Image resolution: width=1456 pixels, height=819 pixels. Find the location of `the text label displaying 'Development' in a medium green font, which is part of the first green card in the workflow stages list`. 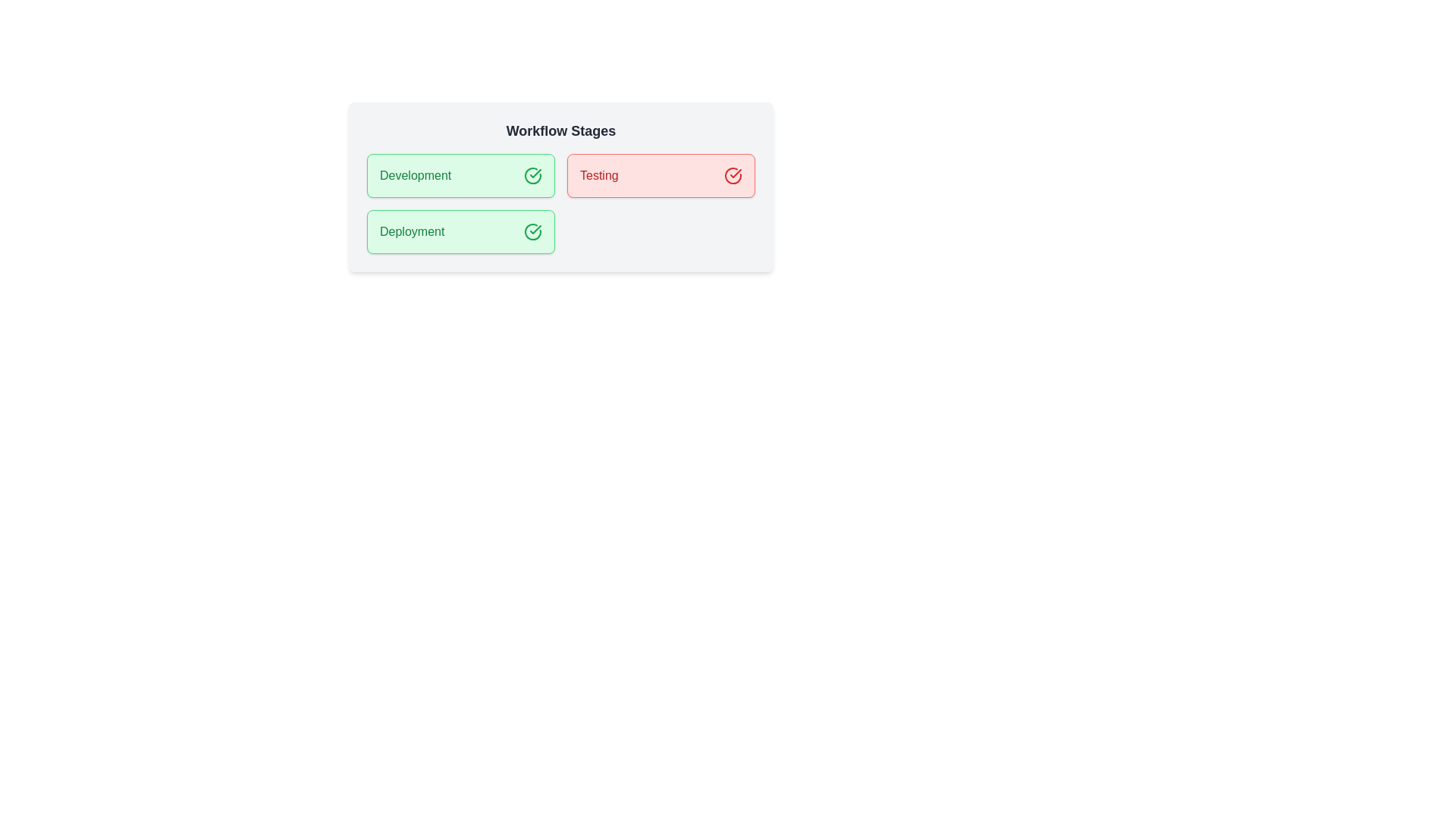

the text label displaying 'Development' in a medium green font, which is part of the first green card in the workflow stages list is located at coordinates (416, 174).